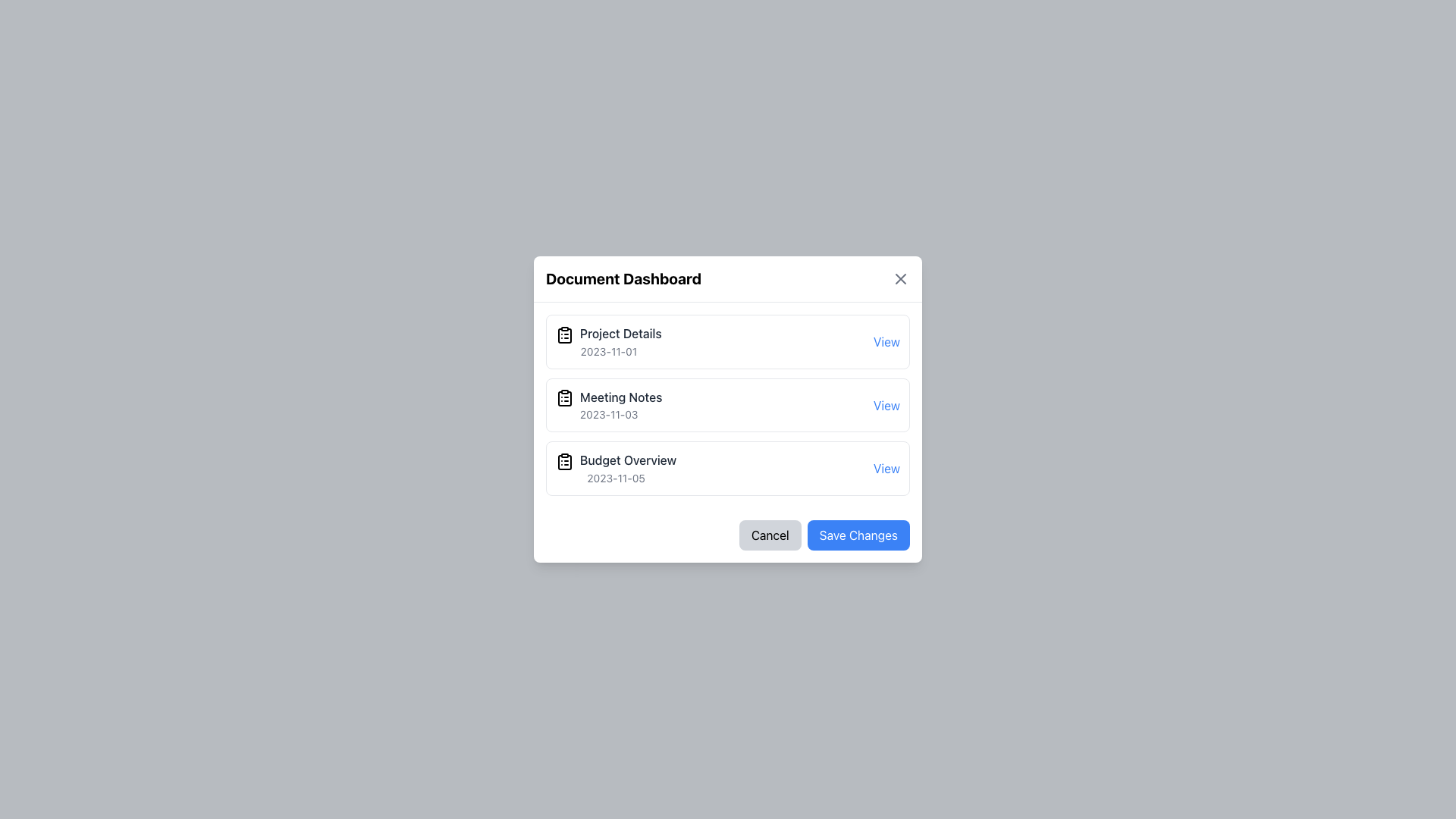 The height and width of the screenshot is (819, 1456). I want to click on the second button in the footer section of the modal dialog, so click(858, 534).